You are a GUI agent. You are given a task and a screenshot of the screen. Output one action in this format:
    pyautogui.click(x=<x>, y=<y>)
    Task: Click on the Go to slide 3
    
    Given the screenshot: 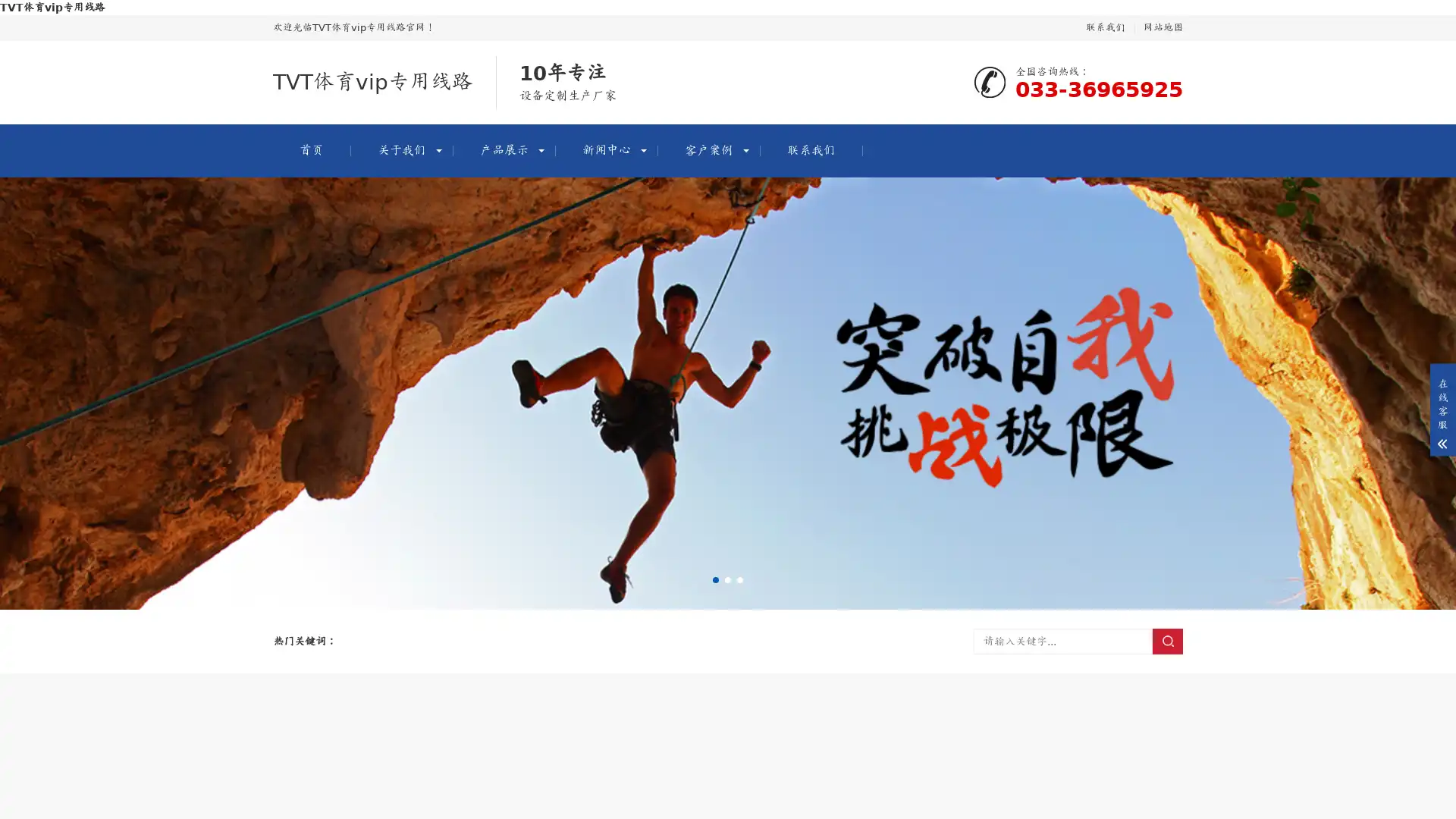 What is the action you would take?
    pyautogui.click(x=739, y=579)
    